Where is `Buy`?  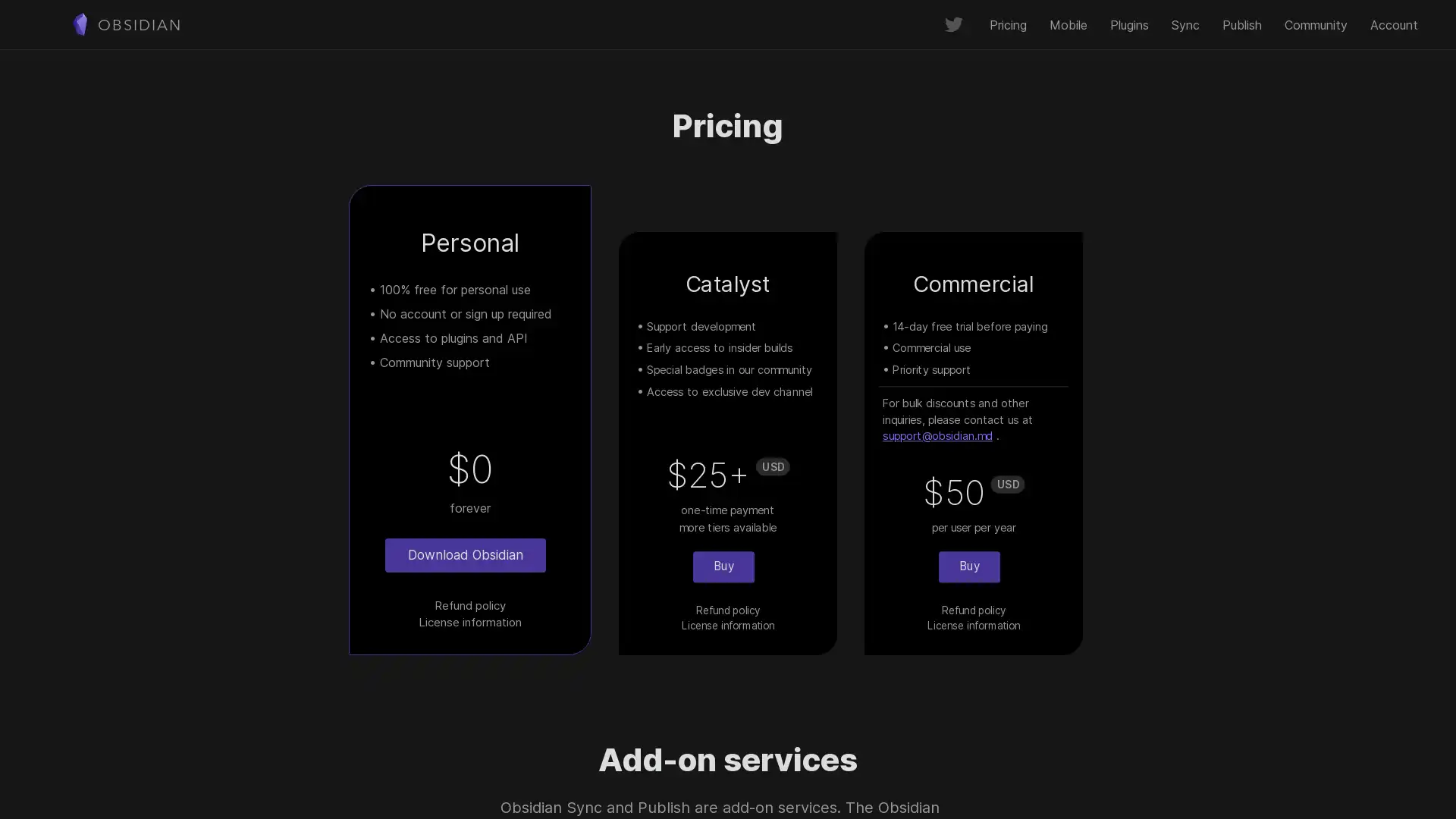
Buy is located at coordinates (968, 566).